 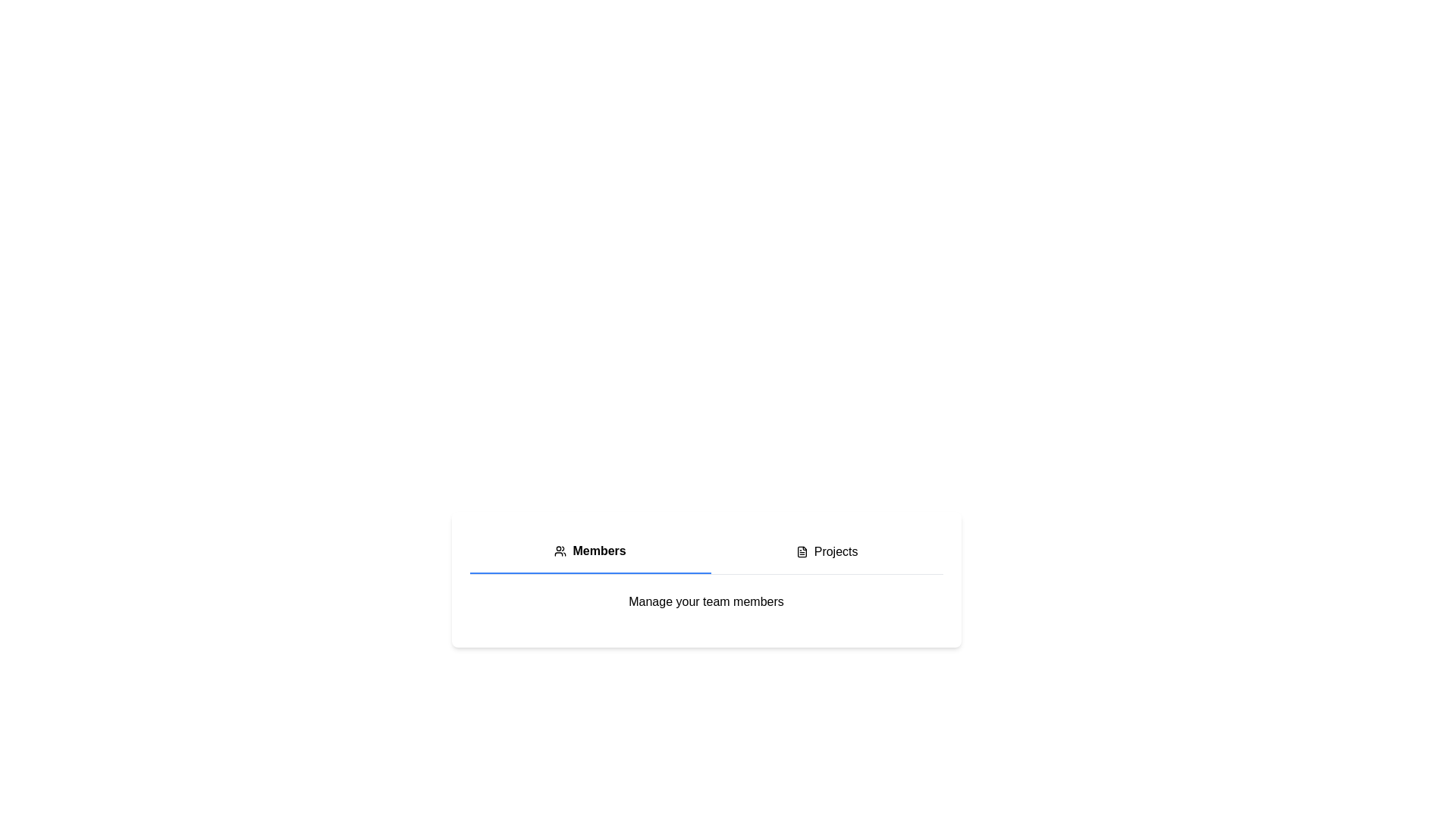 I want to click on the 'Projects' text label which serves as a clickable navigation option in the interface, so click(x=835, y=552).